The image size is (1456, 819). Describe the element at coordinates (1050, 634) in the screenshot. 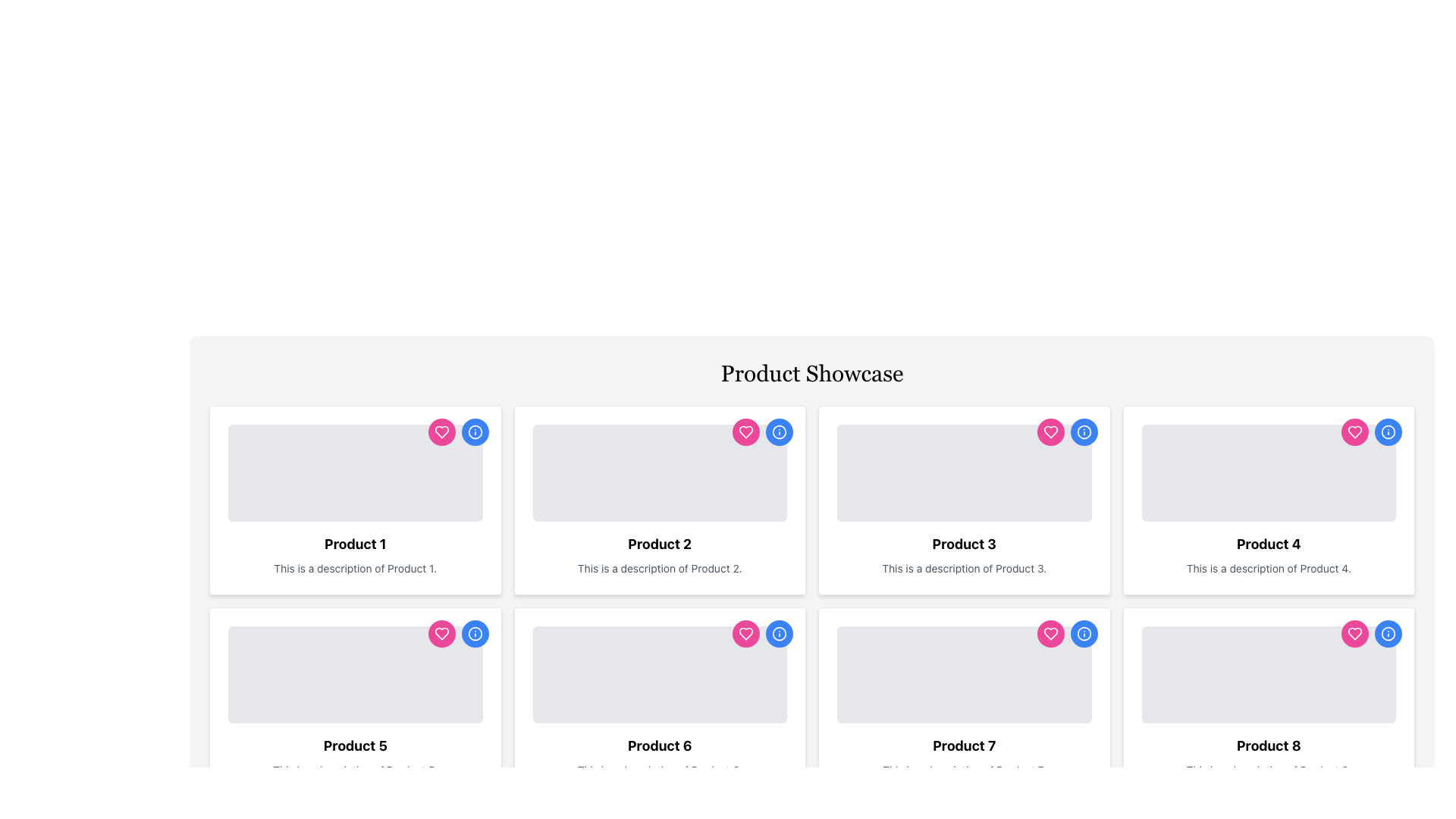

I see `the heart icon button in the top-right corner of the 'Product 3' card to mark it as a favorite` at that location.